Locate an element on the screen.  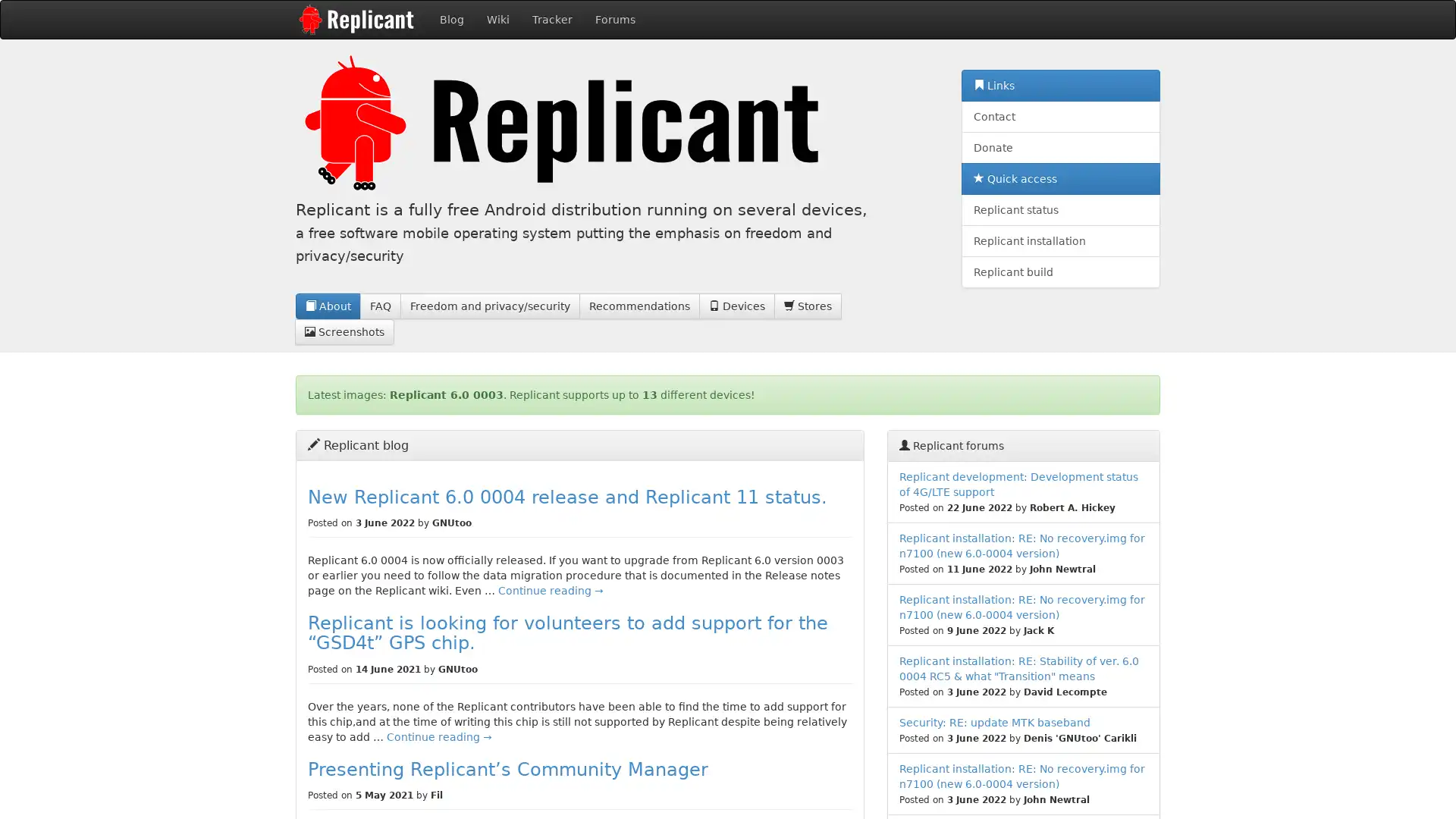
Devices is located at coordinates (737, 306).